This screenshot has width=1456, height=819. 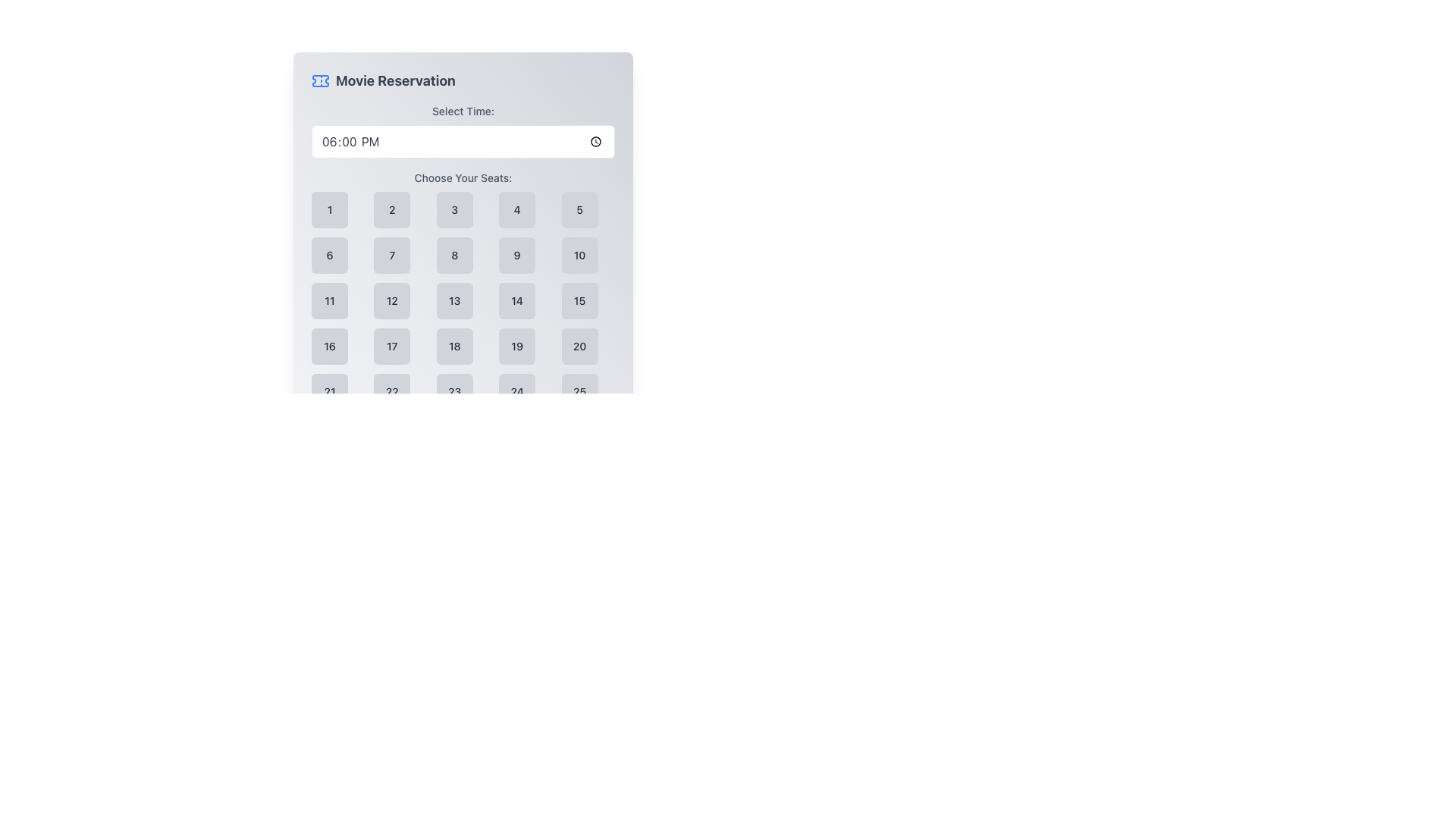 What do you see at coordinates (462, 130) in the screenshot?
I see `the Time picker input field located below the 'Movie Reservation' section title` at bounding box center [462, 130].